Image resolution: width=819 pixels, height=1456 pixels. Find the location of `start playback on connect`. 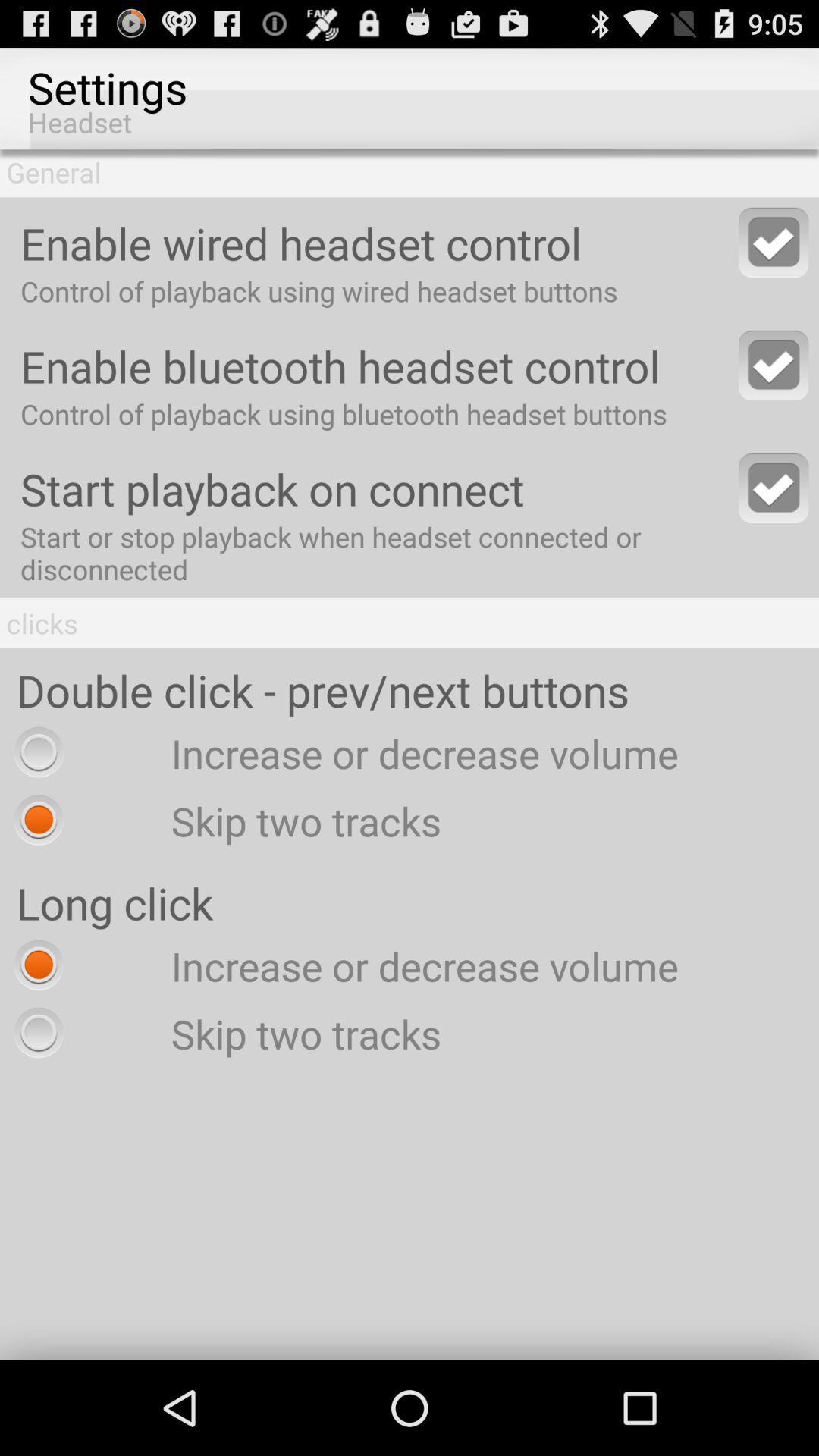

start playback on connect is located at coordinates (773, 488).